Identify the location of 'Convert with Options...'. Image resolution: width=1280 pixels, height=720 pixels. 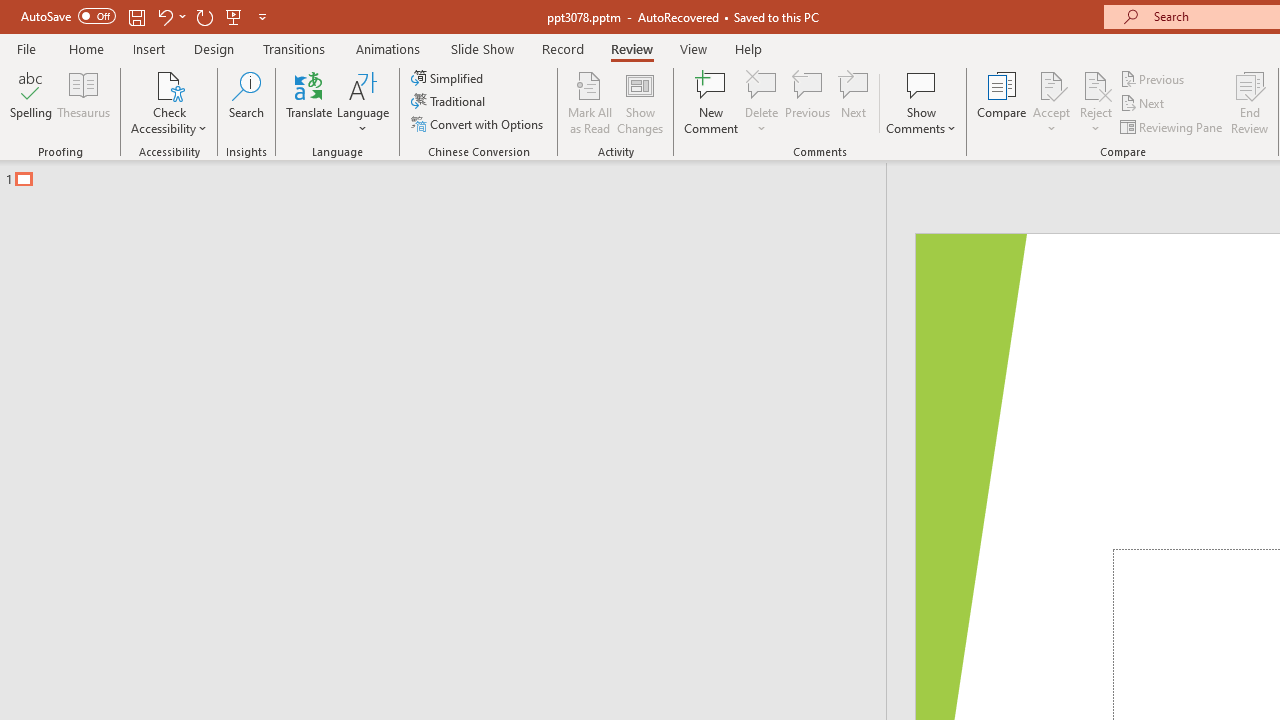
(478, 124).